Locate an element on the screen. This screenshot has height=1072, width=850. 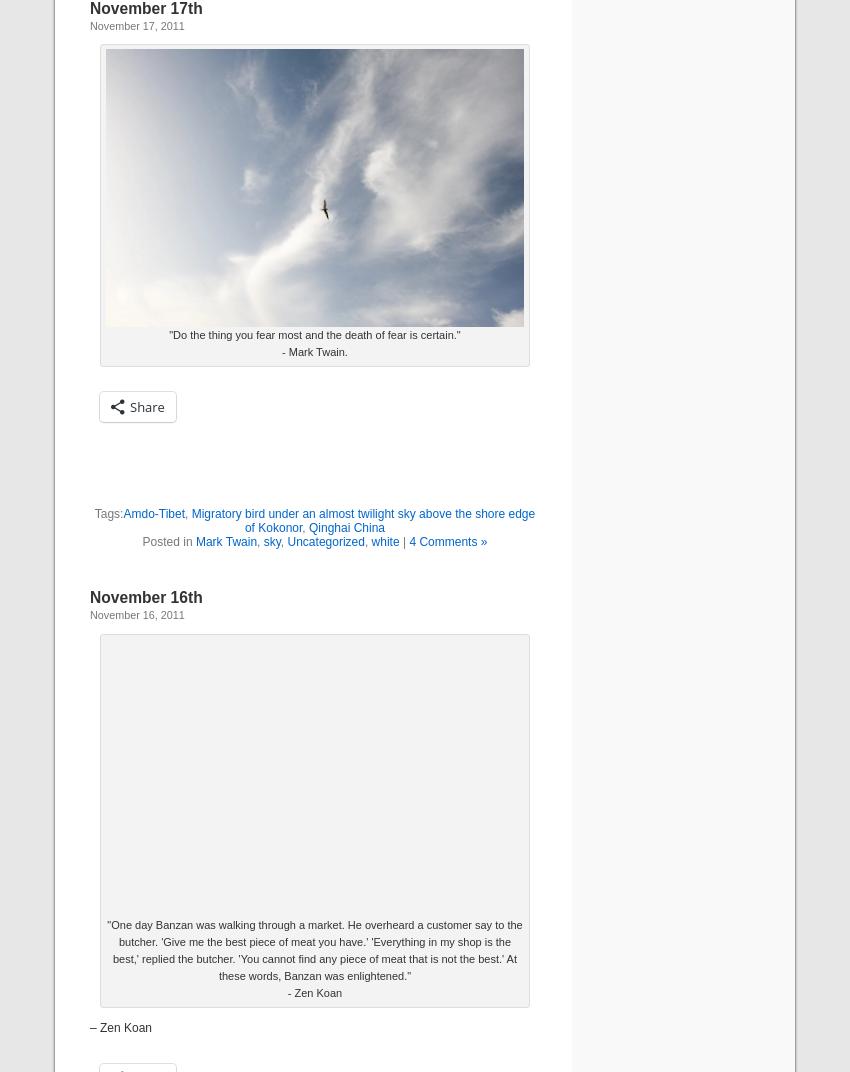
'– Zen Koan' is located at coordinates (120, 1028).